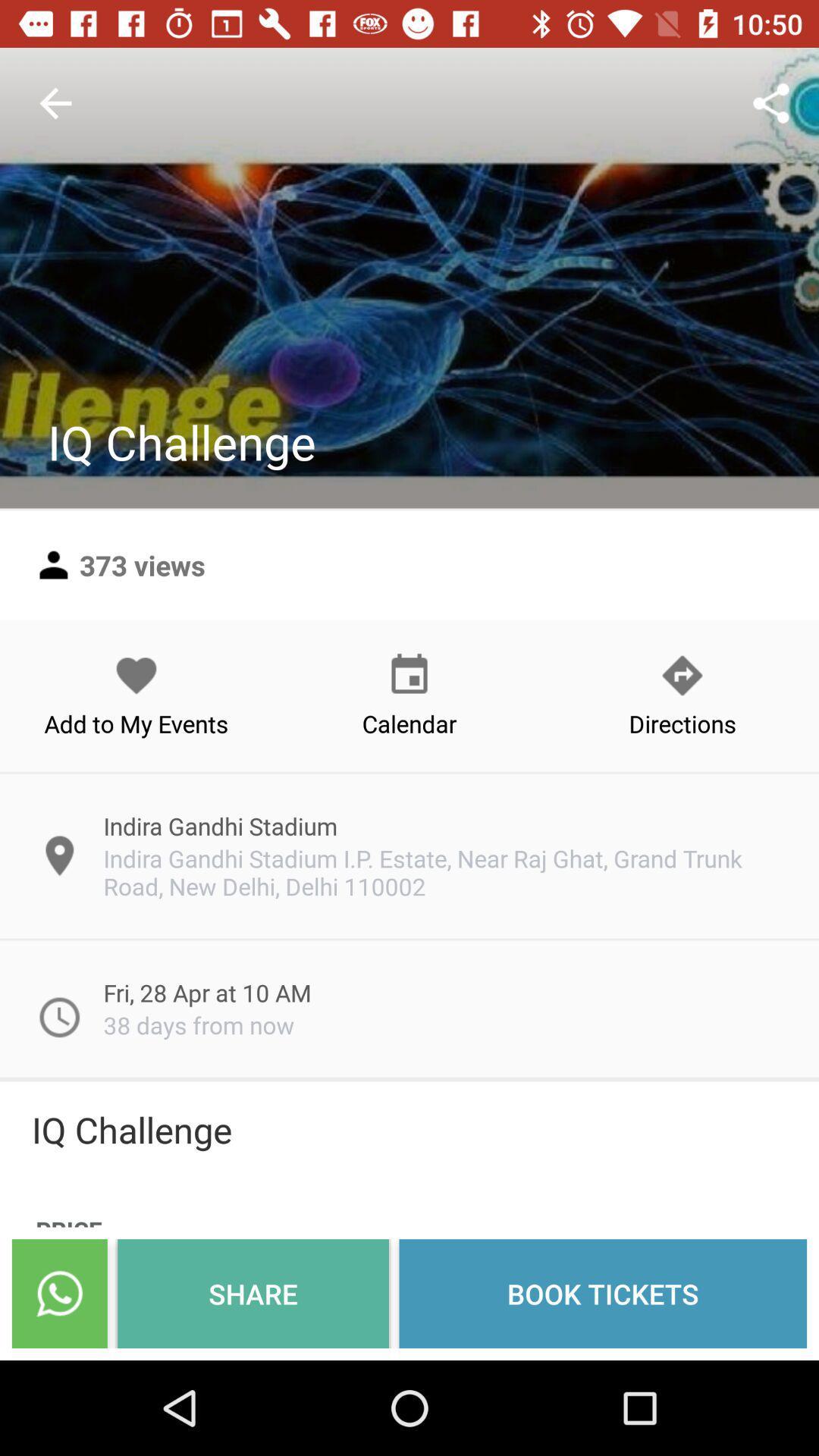 The image size is (819, 1456). Describe the element at coordinates (58, 1293) in the screenshot. I see `the call icon` at that location.